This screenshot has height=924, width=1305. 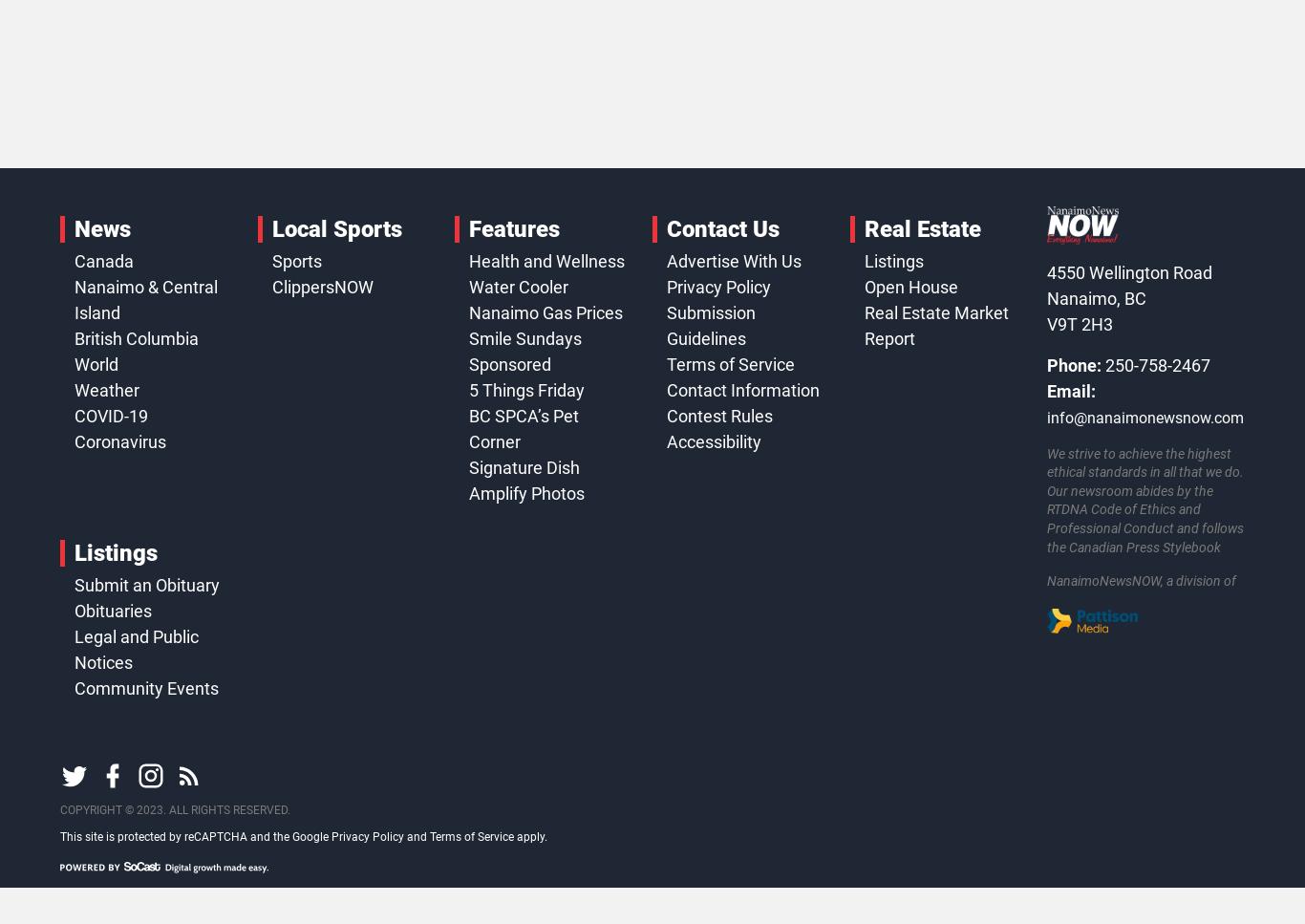 What do you see at coordinates (74, 363) in the screenshot?
I see `'World'` at bounding box center [74, 363].